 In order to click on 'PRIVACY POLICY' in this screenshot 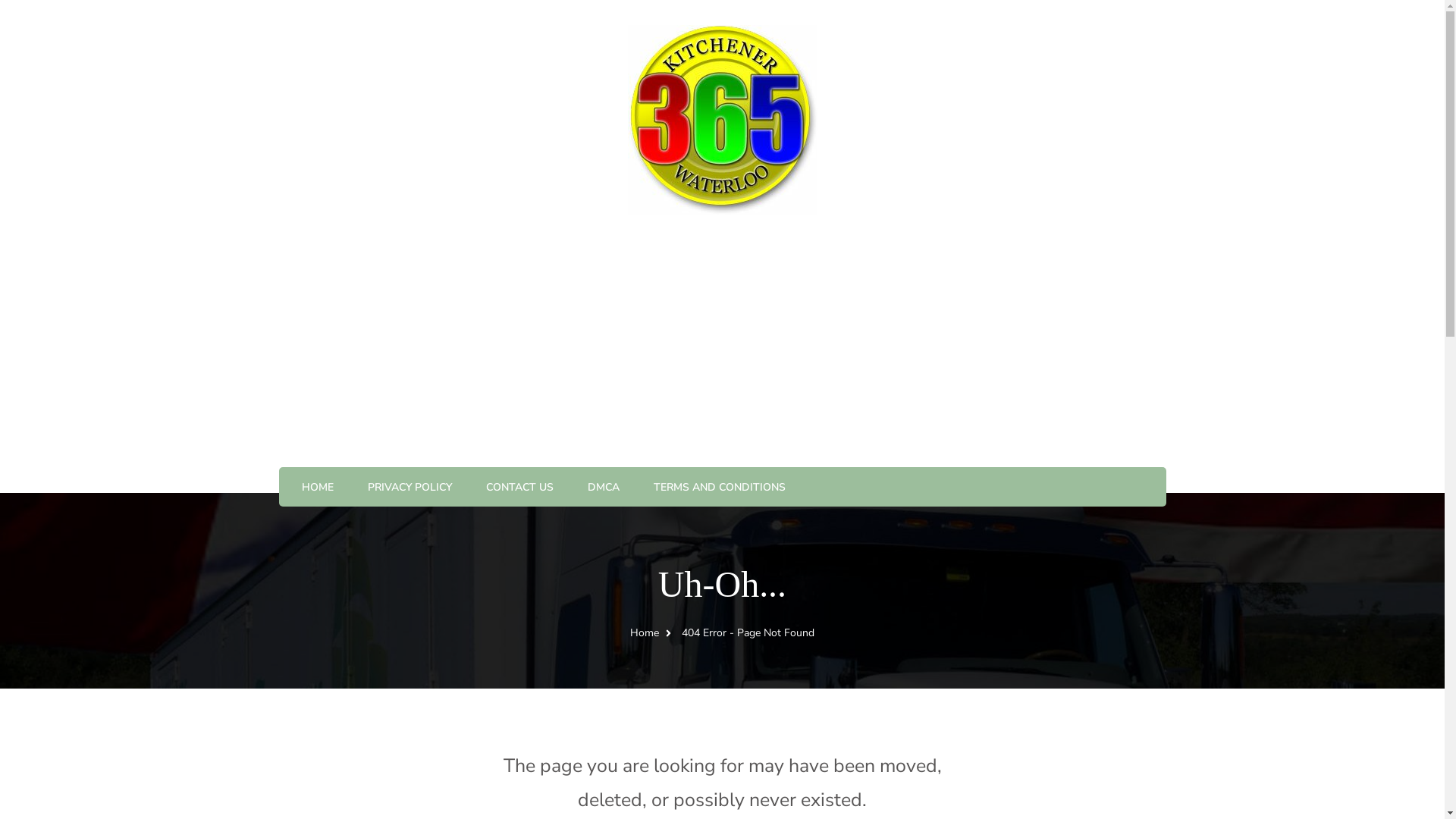, I will do `click(409, 488)`.